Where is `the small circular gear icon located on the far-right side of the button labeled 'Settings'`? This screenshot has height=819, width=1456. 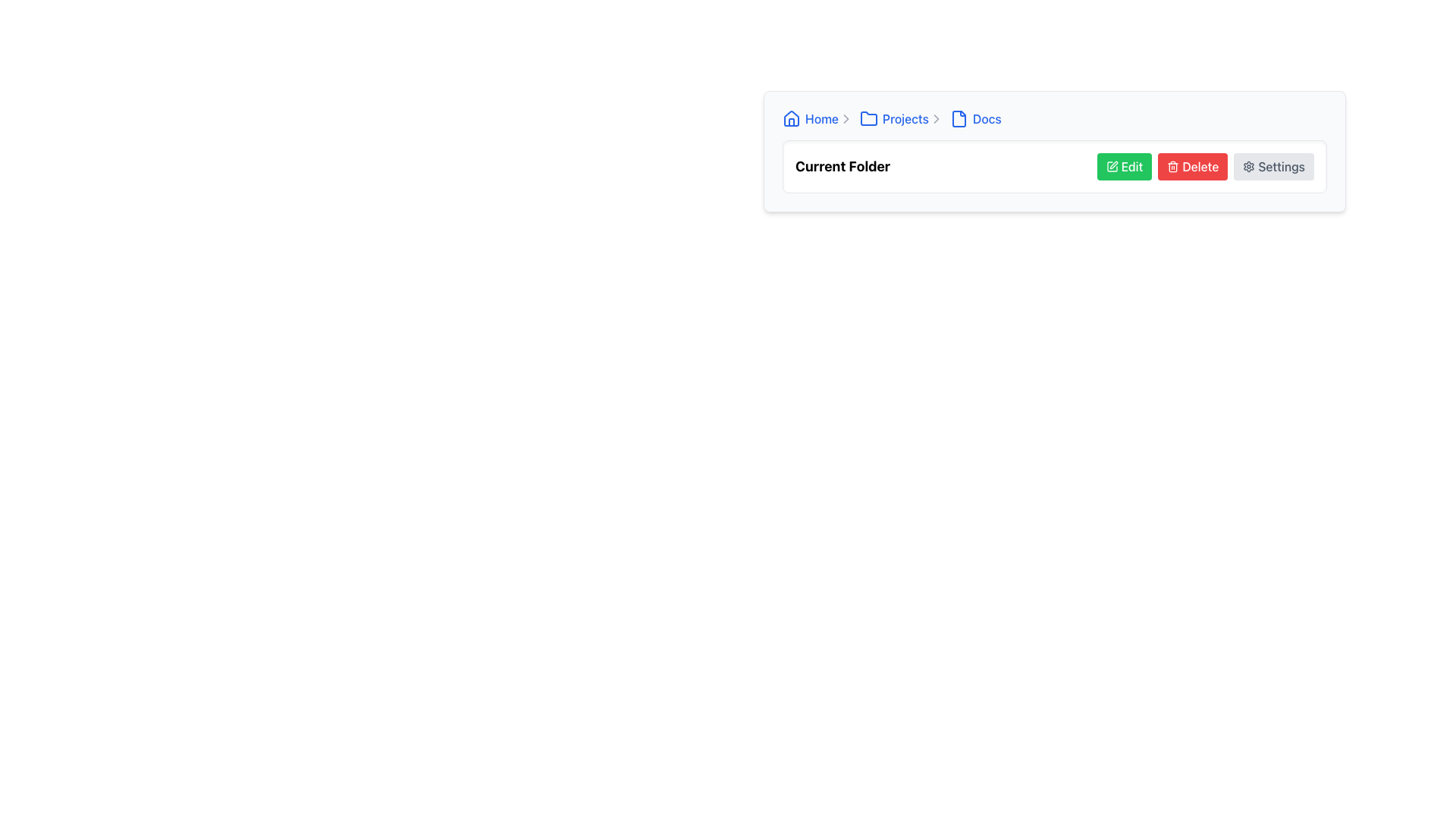
the small circular gear icon located on the far-right side of the button labeled 'Settings' is located at coordinates (1249, 166).